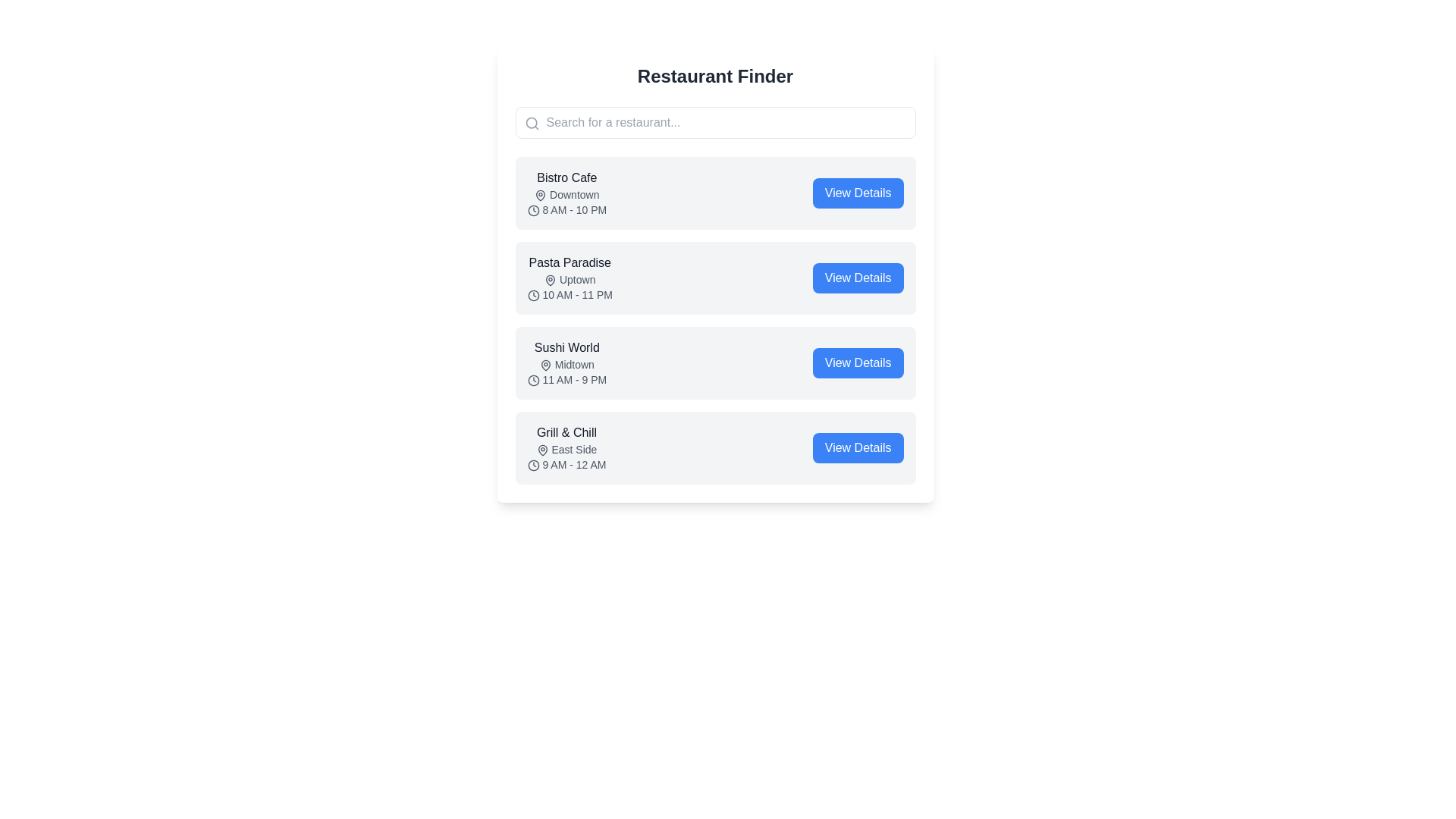  I want to click on the map pin icon located to the left of the 'East Side' text in the 'Grill & Chill' section, so click(542, 450).